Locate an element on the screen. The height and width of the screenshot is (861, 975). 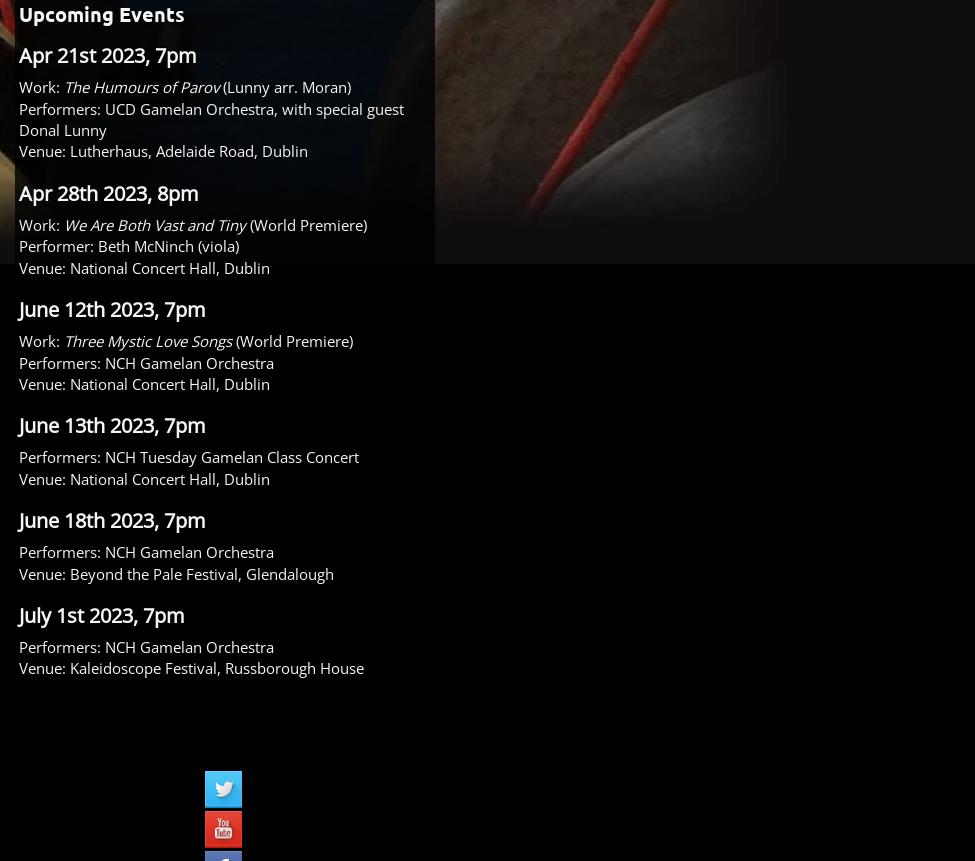
'Performers: NCH Tuesday Gamelan Class Concert' is located at coordinates (19, 456).